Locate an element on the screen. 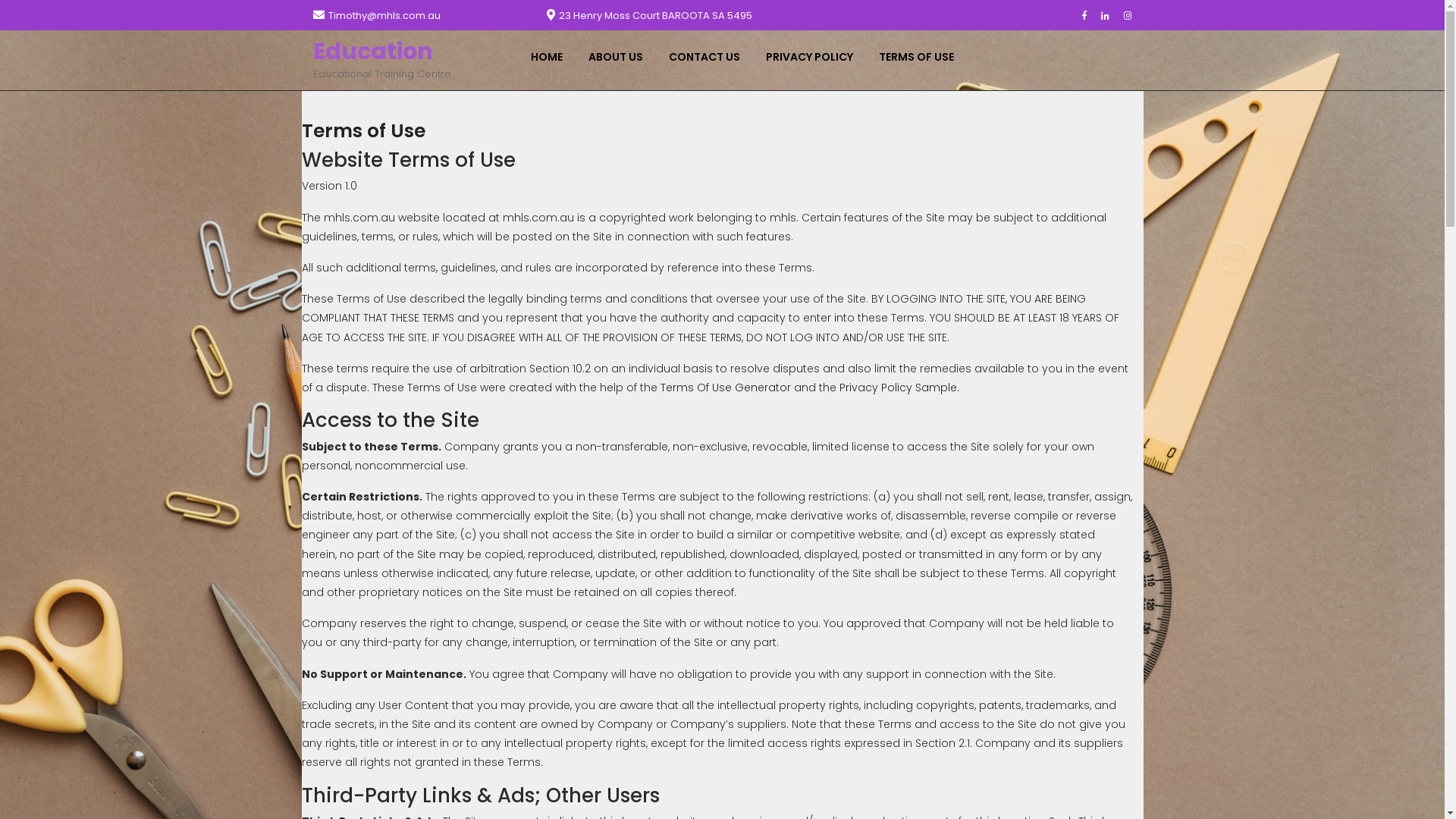 This screenshot has width=1456, height=819. 'Education' is located at coordinates (372, 51).